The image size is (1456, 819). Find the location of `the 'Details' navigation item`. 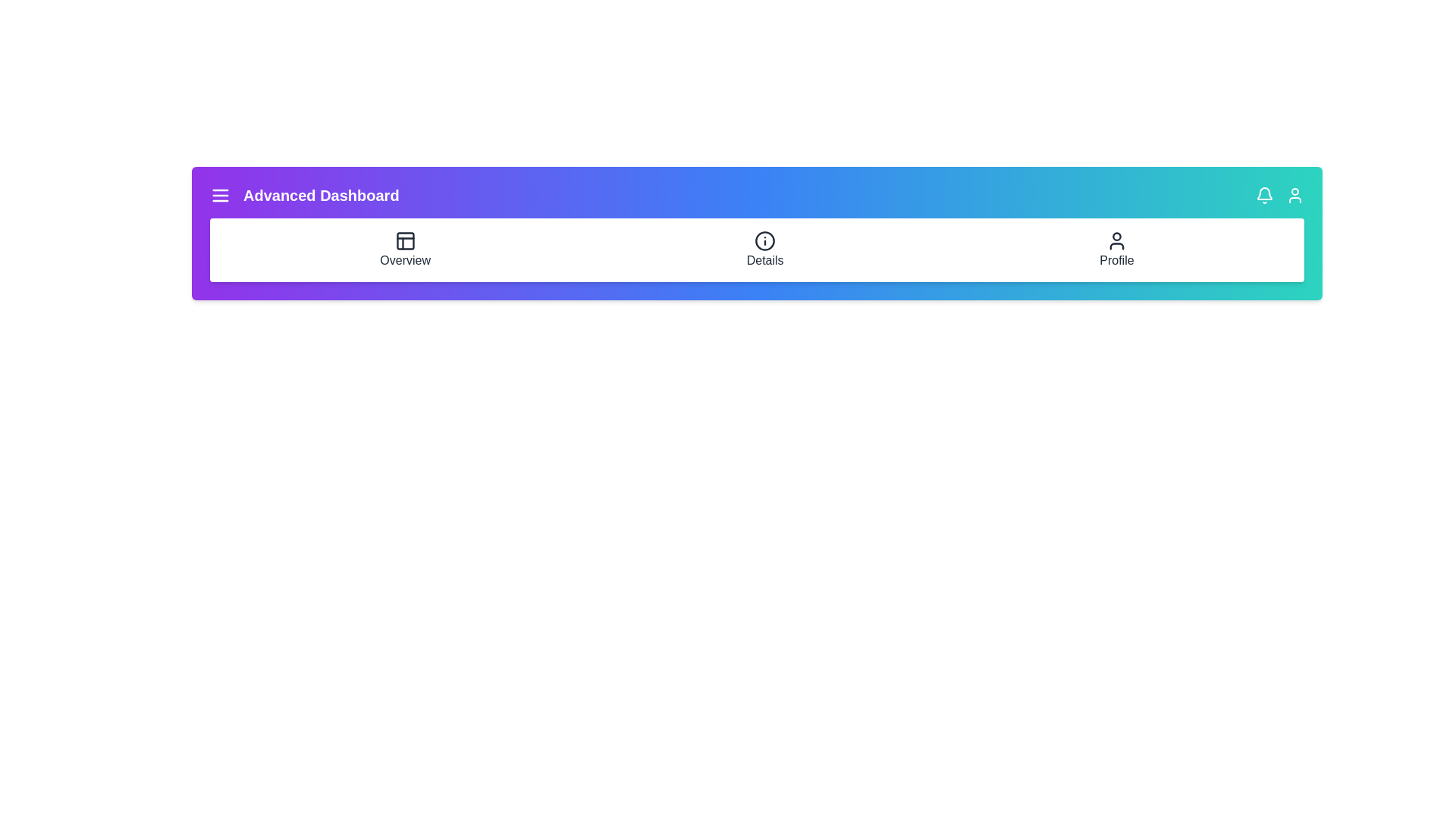

the 'Details' navigation item is located at coordinates (764, 249).